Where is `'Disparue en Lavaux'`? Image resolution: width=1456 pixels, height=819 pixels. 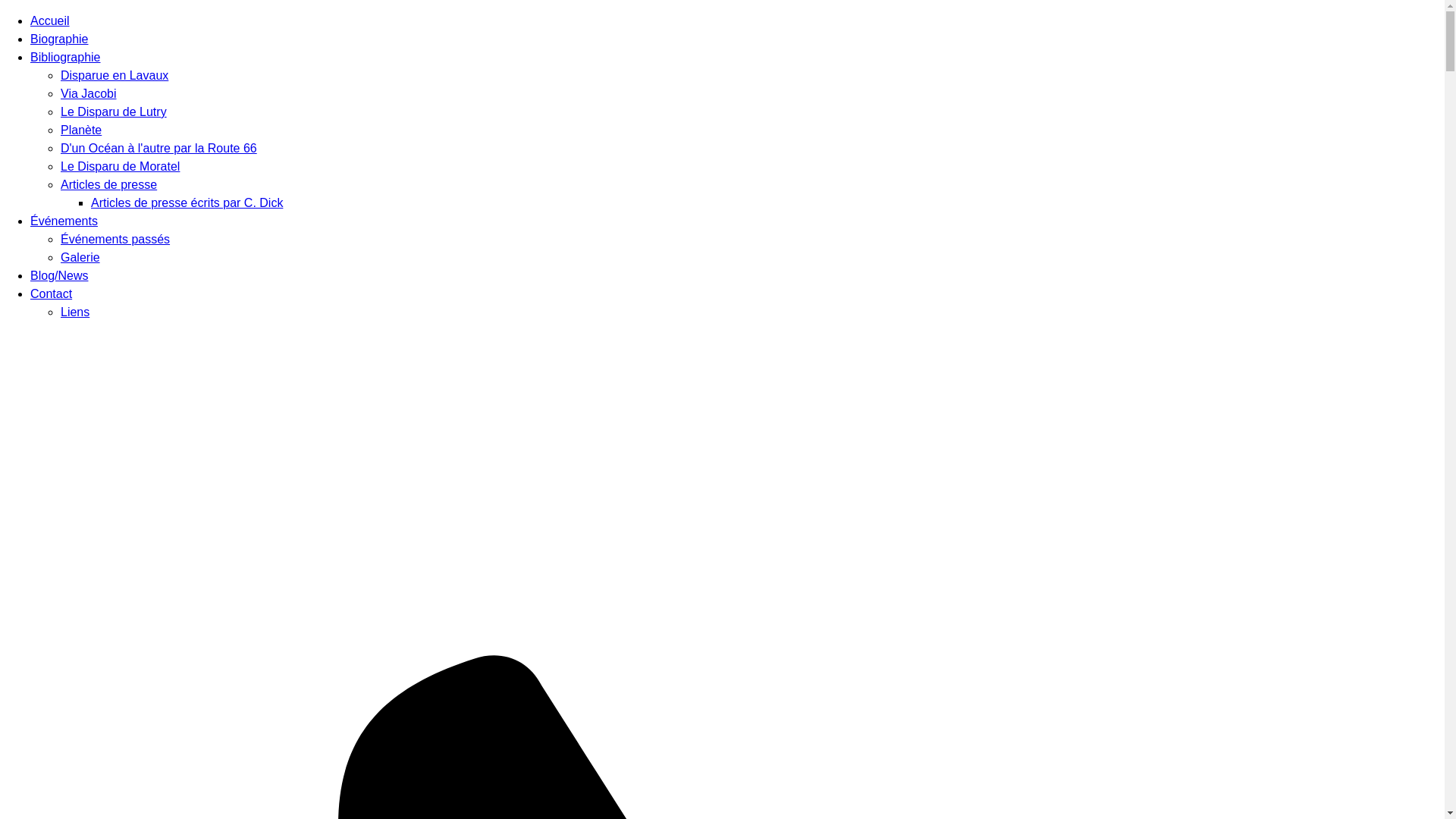
'Disparue en Lavaux' is located at coordinates (113, 75).